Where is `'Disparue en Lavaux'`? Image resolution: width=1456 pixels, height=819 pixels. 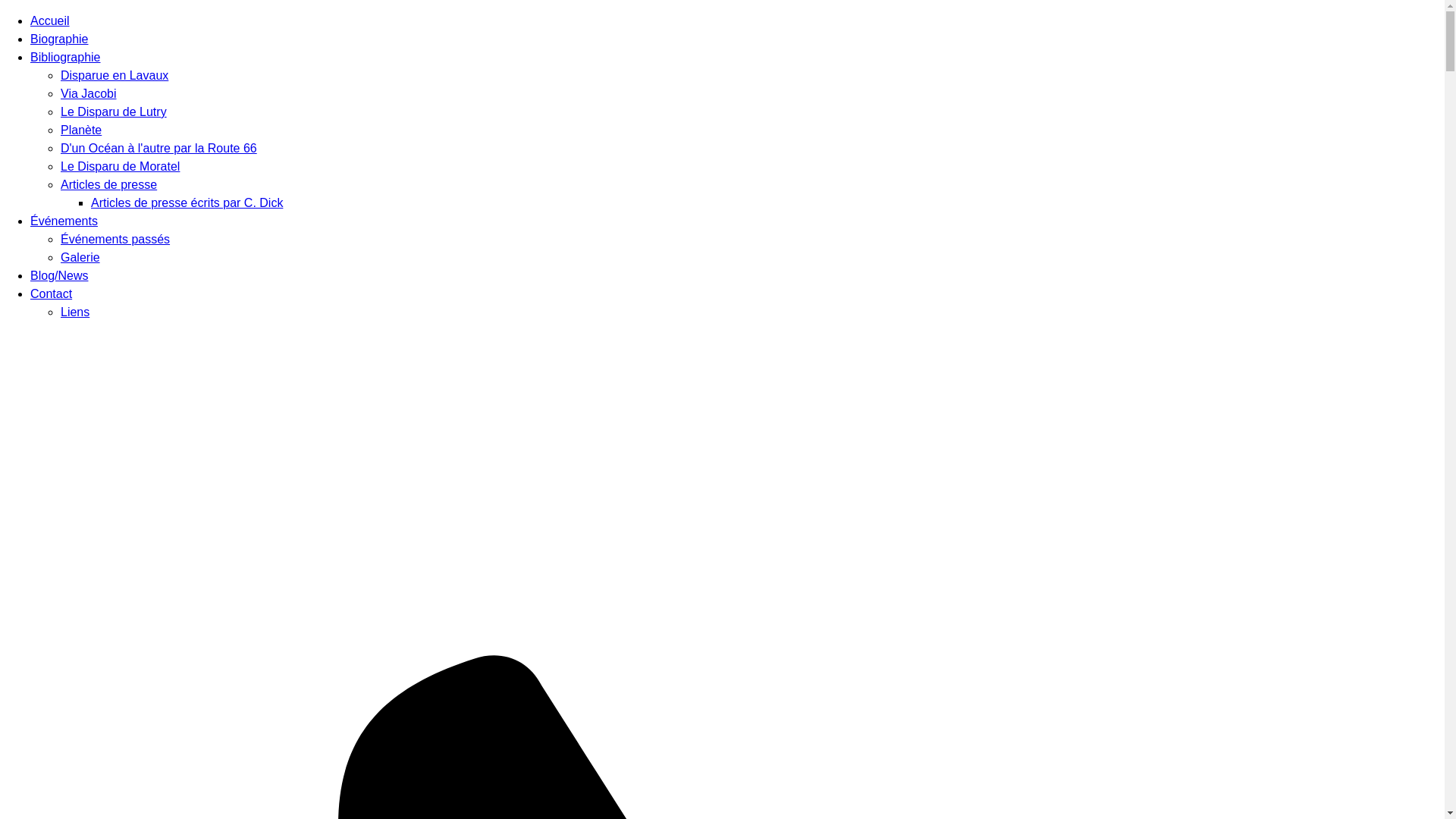
'Disparue en Lavaux' is located at coordinates (113, 75).